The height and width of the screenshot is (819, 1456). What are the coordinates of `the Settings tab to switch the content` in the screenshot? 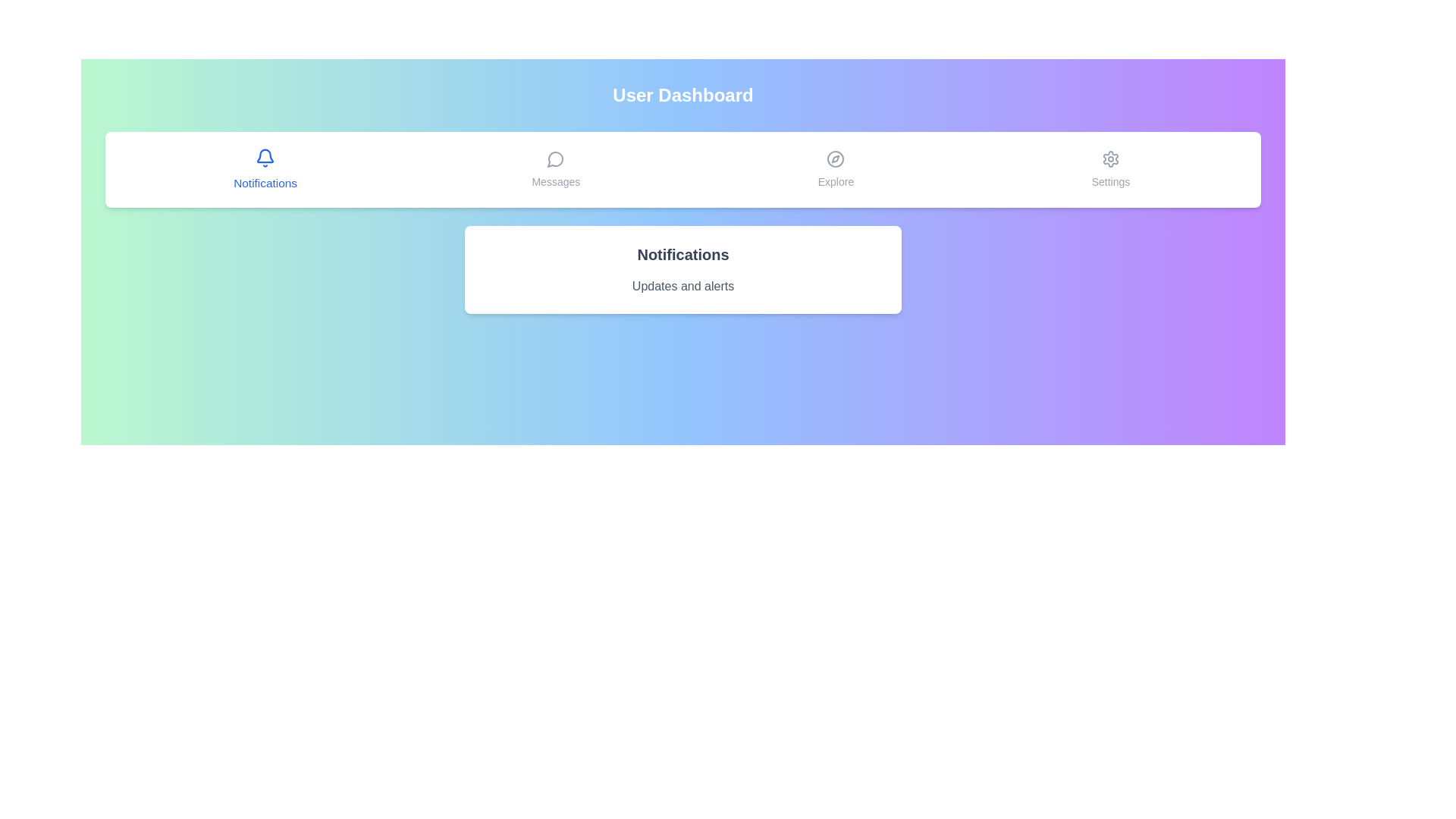 It's located at (1110, 169).